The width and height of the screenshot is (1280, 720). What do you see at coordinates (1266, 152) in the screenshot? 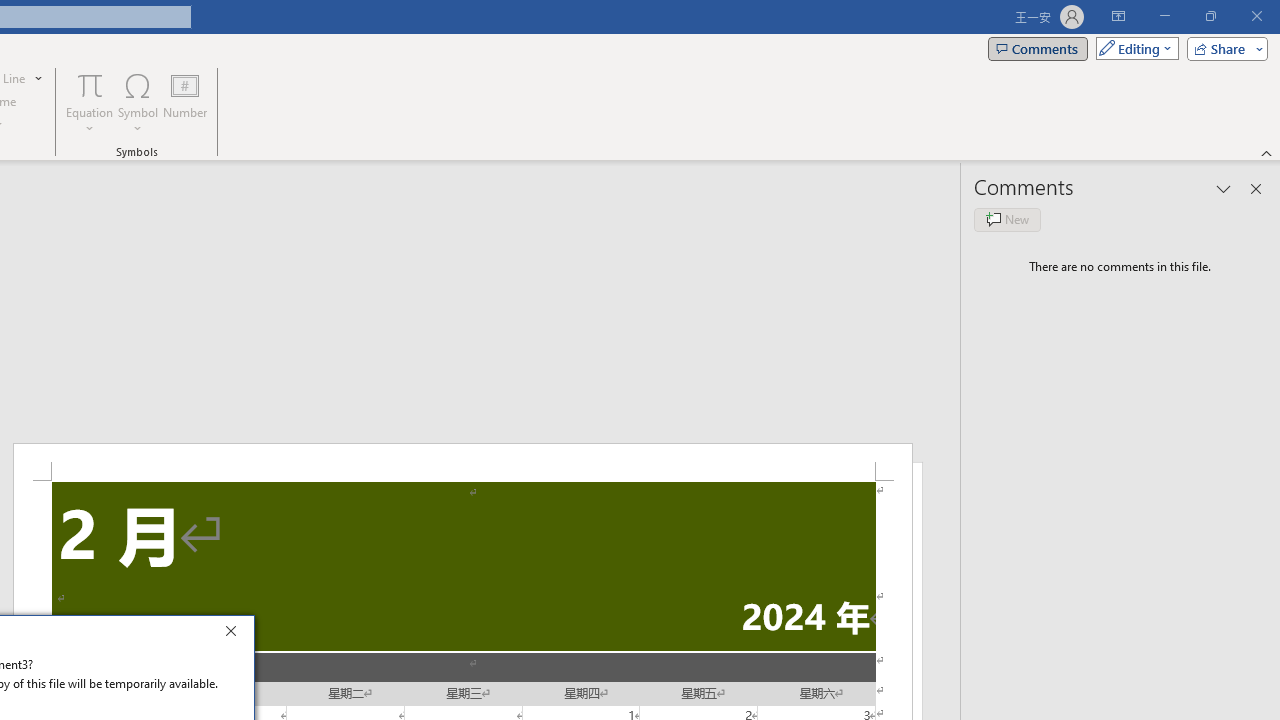
I see `'Collapse the Ribbon'` at bounding box center [1266, 152].